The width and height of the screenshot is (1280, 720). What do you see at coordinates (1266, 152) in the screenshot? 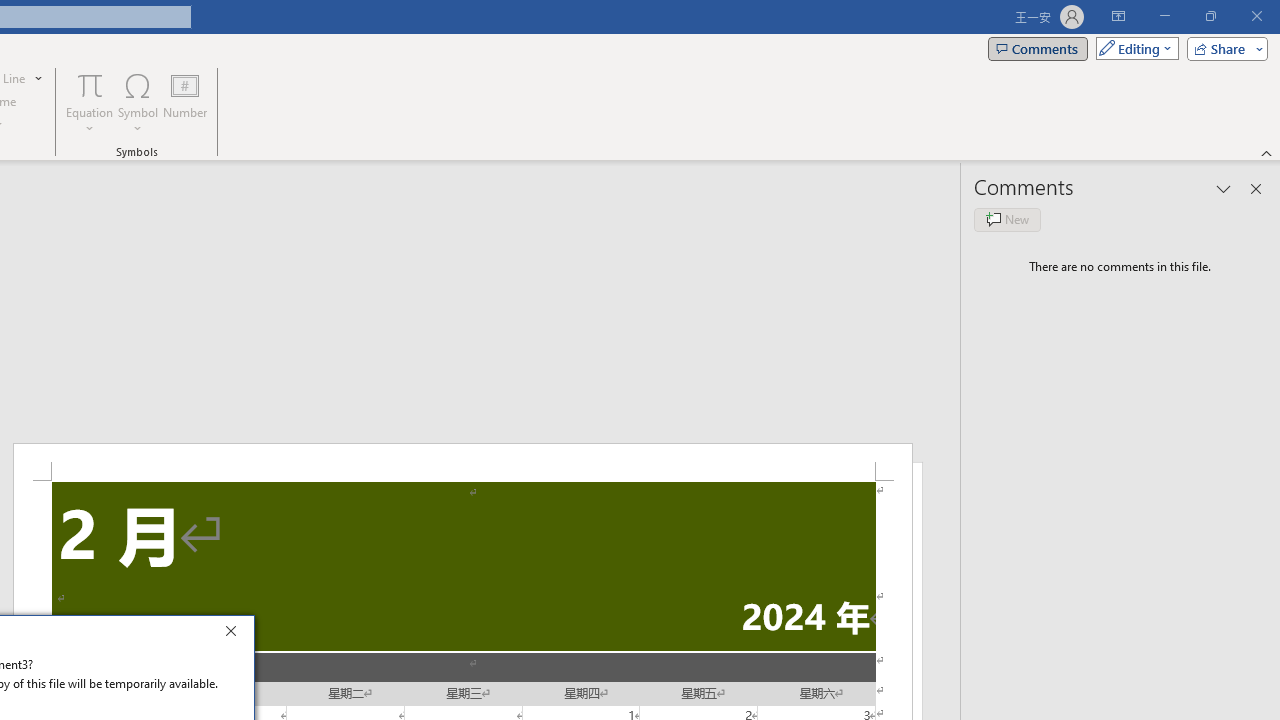
I see `'Collapse the Ribbon'` at bounding box center [1266, 152].